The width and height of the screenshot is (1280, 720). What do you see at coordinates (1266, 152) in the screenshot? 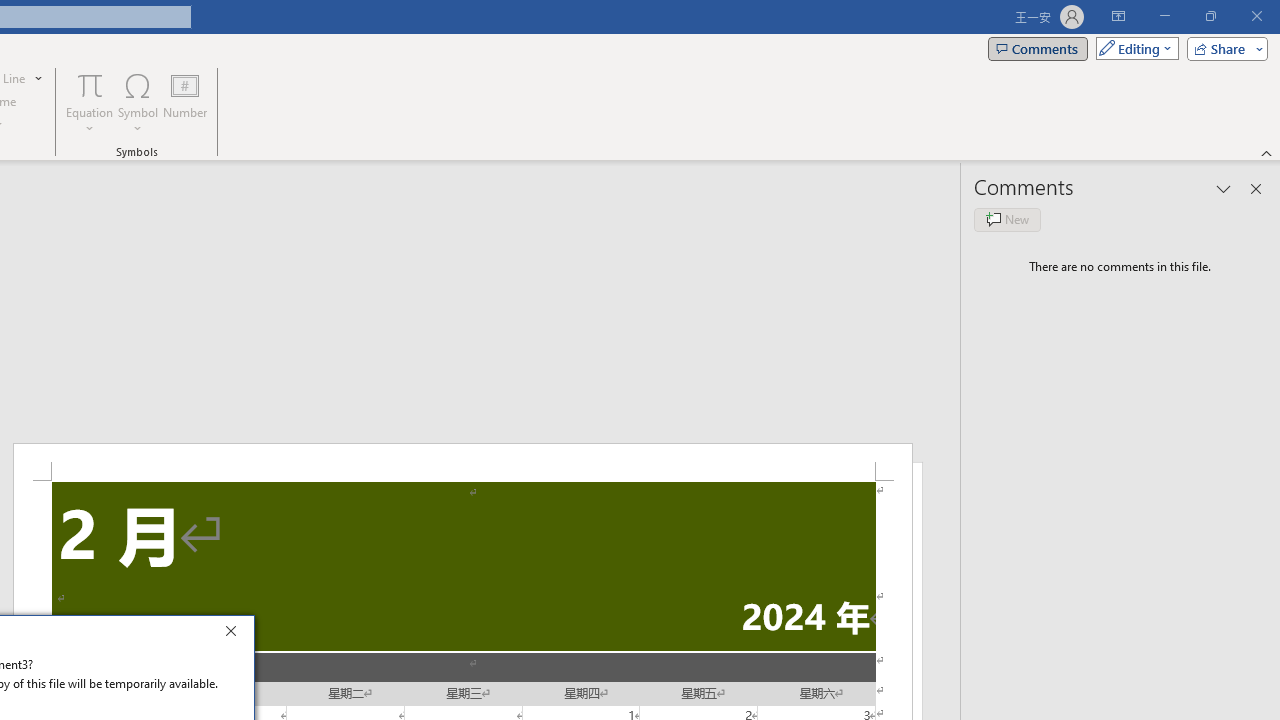
I see `'Collapse the Ribbon'` at bounding box center [1266, 152].